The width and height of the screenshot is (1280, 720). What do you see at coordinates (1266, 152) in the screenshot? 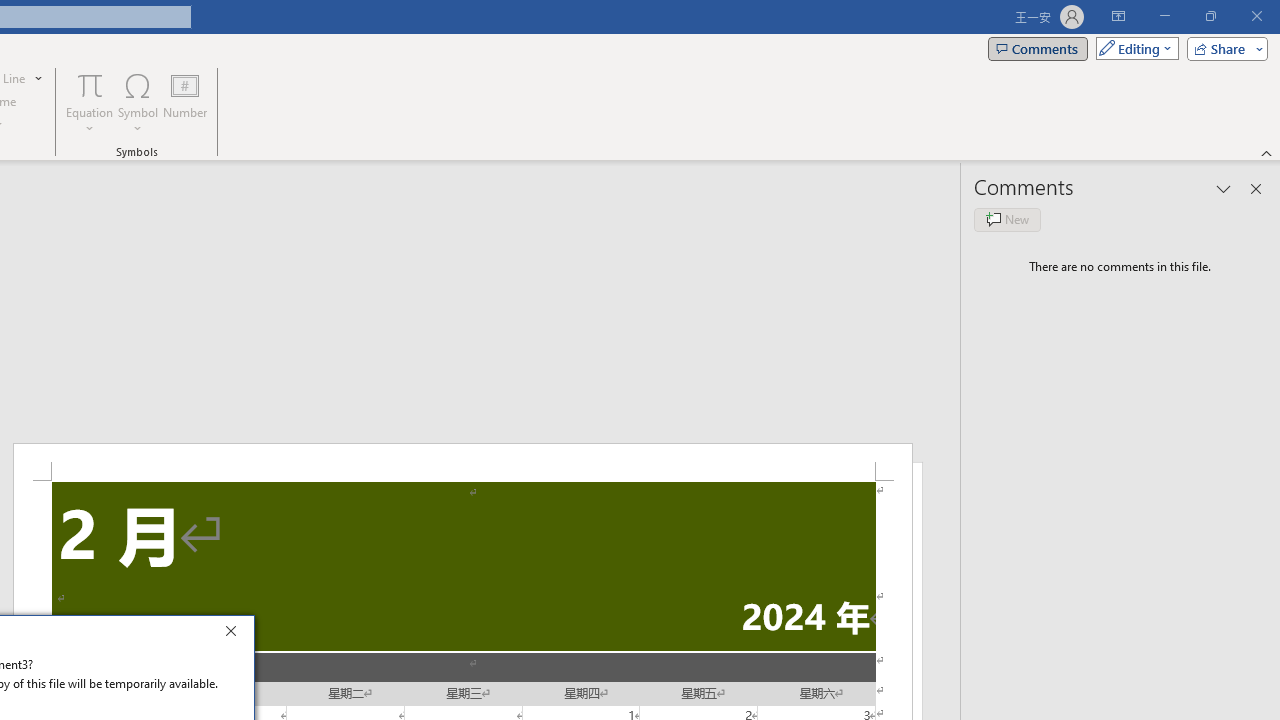
I see `'Collapse the Ribbon'` at bounding box center [1266, 152].